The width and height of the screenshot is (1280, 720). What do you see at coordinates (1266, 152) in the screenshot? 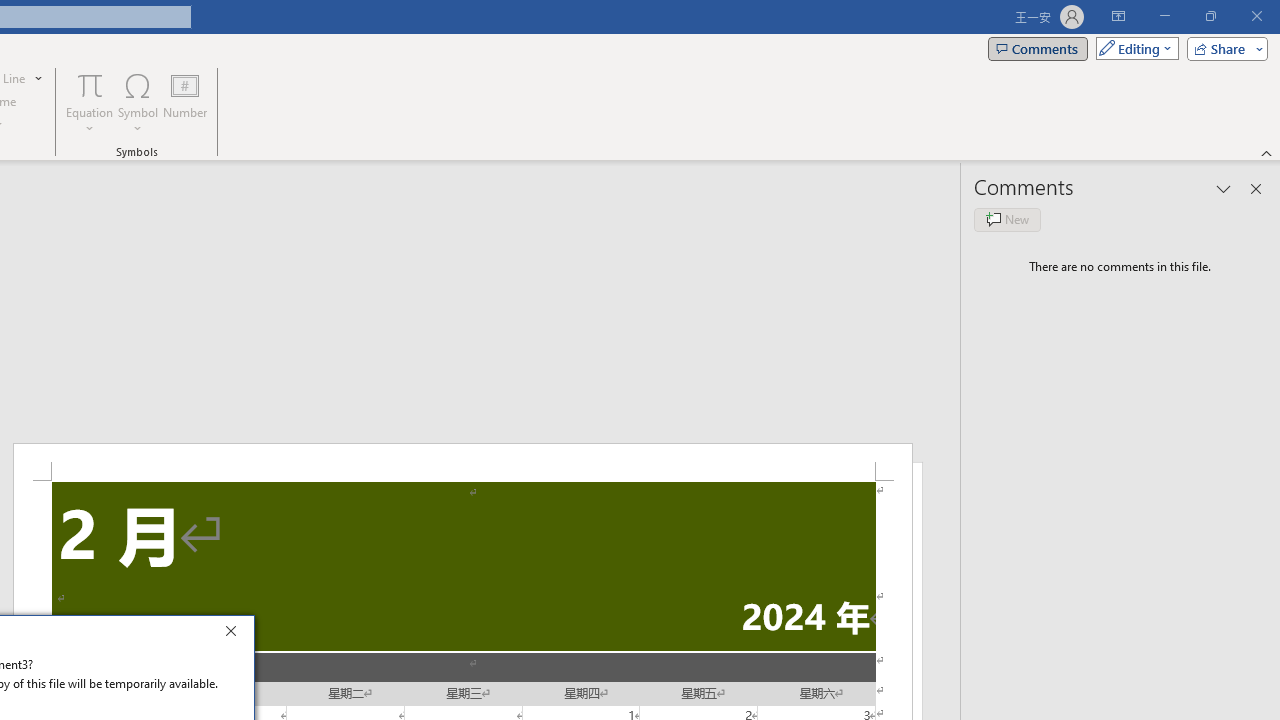
I see `'Collapse the Ribbon'` at bounding box center [1266, 152].